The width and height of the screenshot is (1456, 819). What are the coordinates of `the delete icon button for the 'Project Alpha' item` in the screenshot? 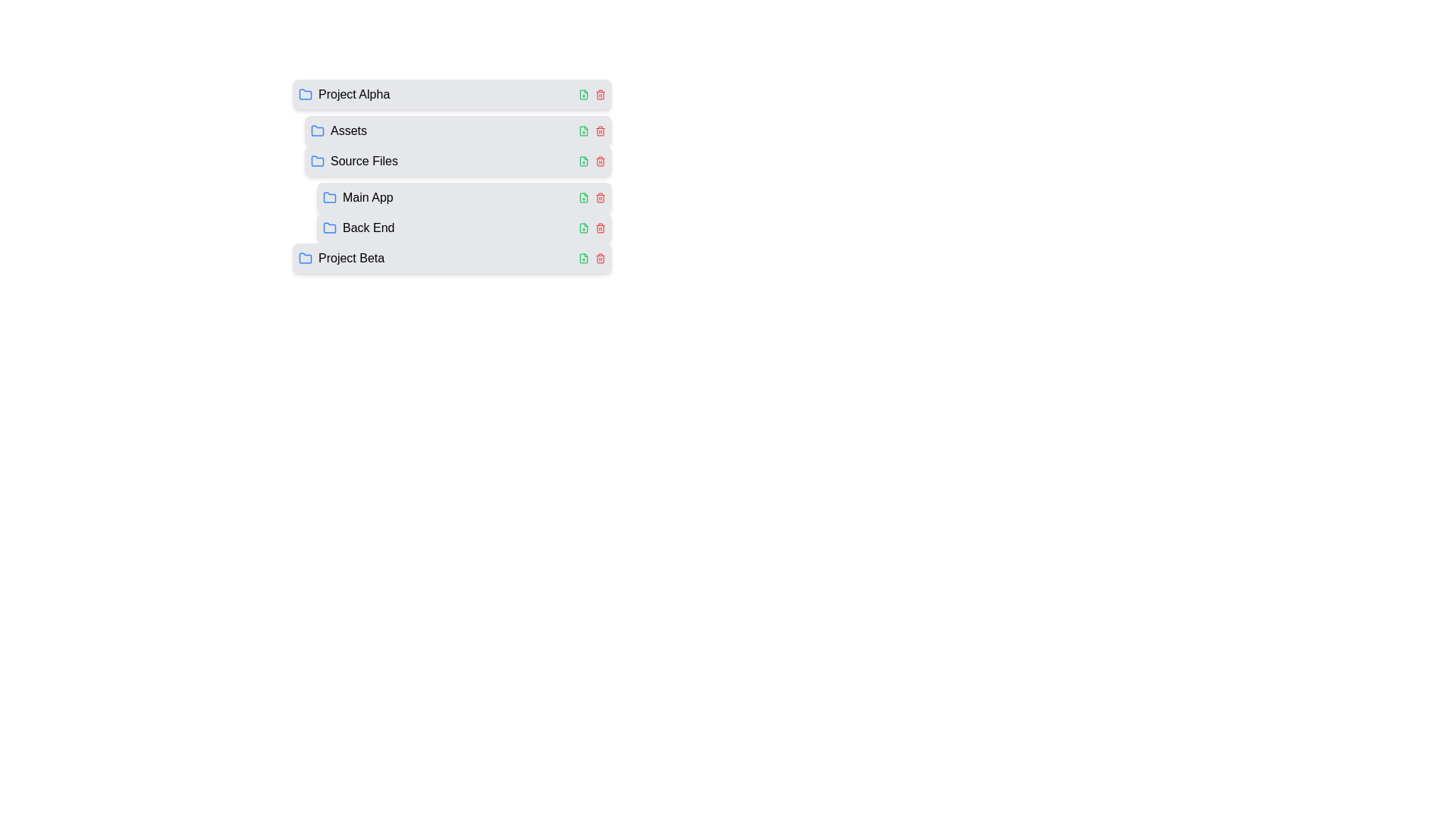 It's located at (600, 94).